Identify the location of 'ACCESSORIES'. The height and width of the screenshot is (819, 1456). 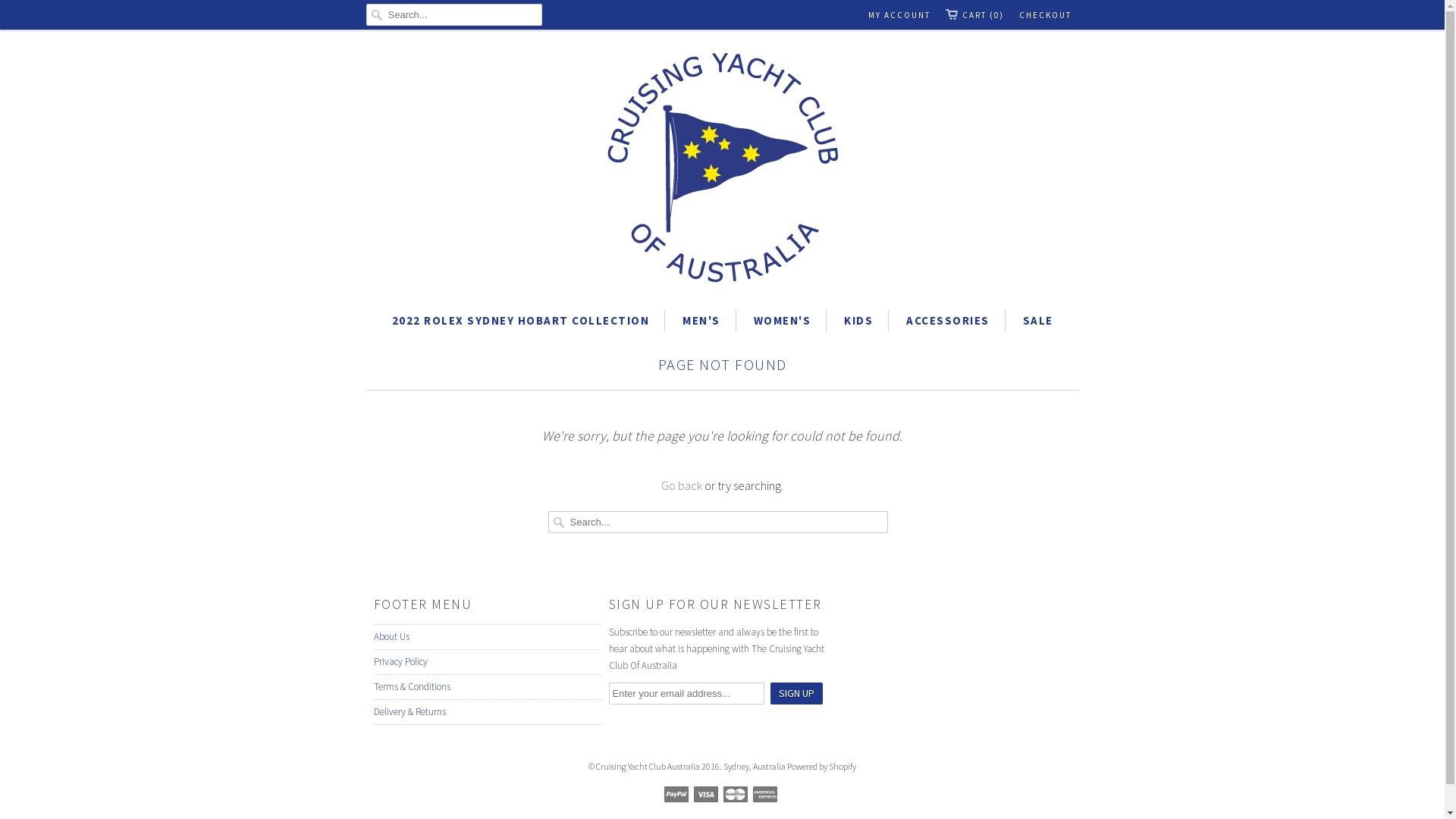
(946, 320).